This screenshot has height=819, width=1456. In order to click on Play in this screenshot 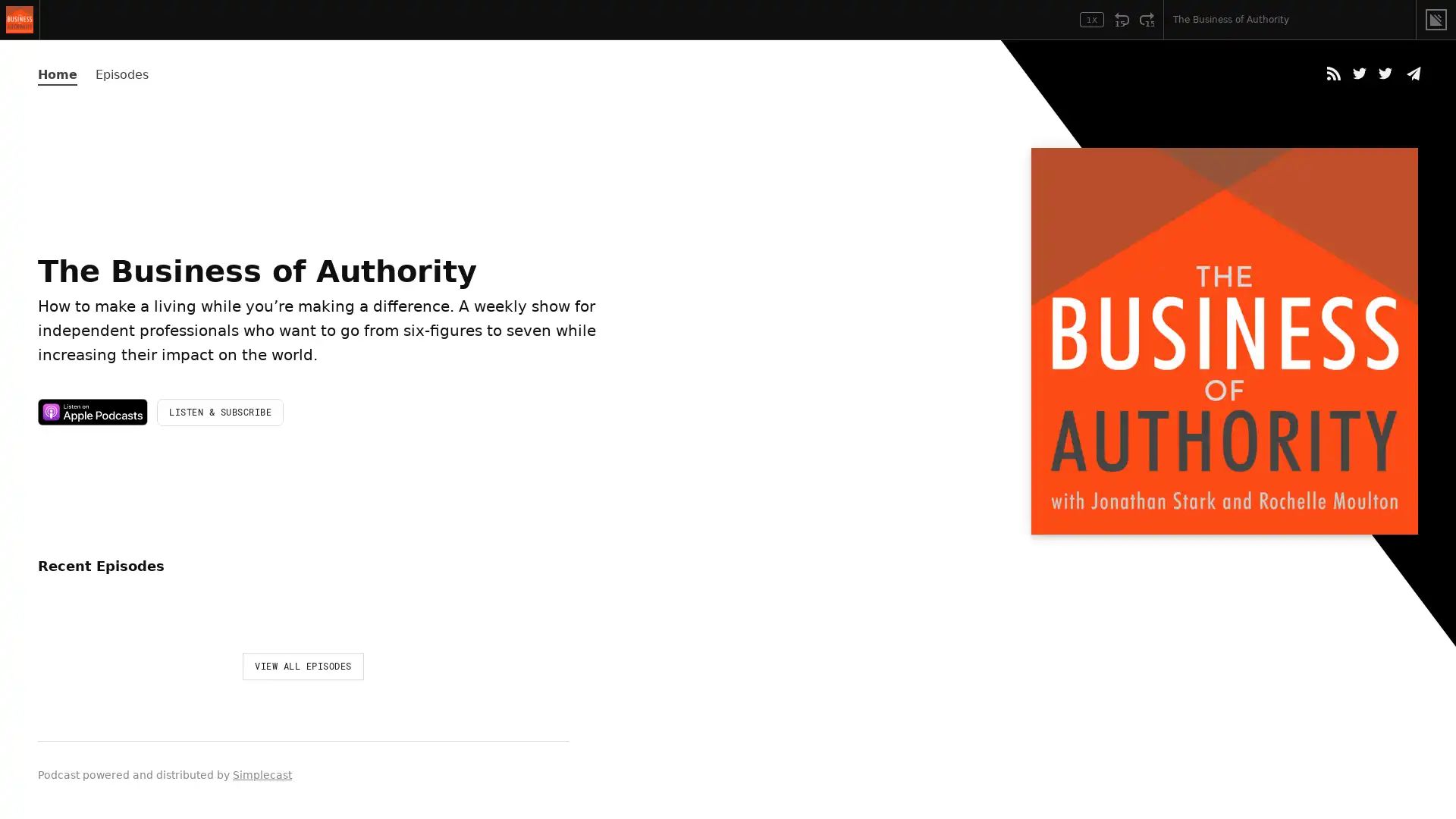, I will do `click(58, 20)`.